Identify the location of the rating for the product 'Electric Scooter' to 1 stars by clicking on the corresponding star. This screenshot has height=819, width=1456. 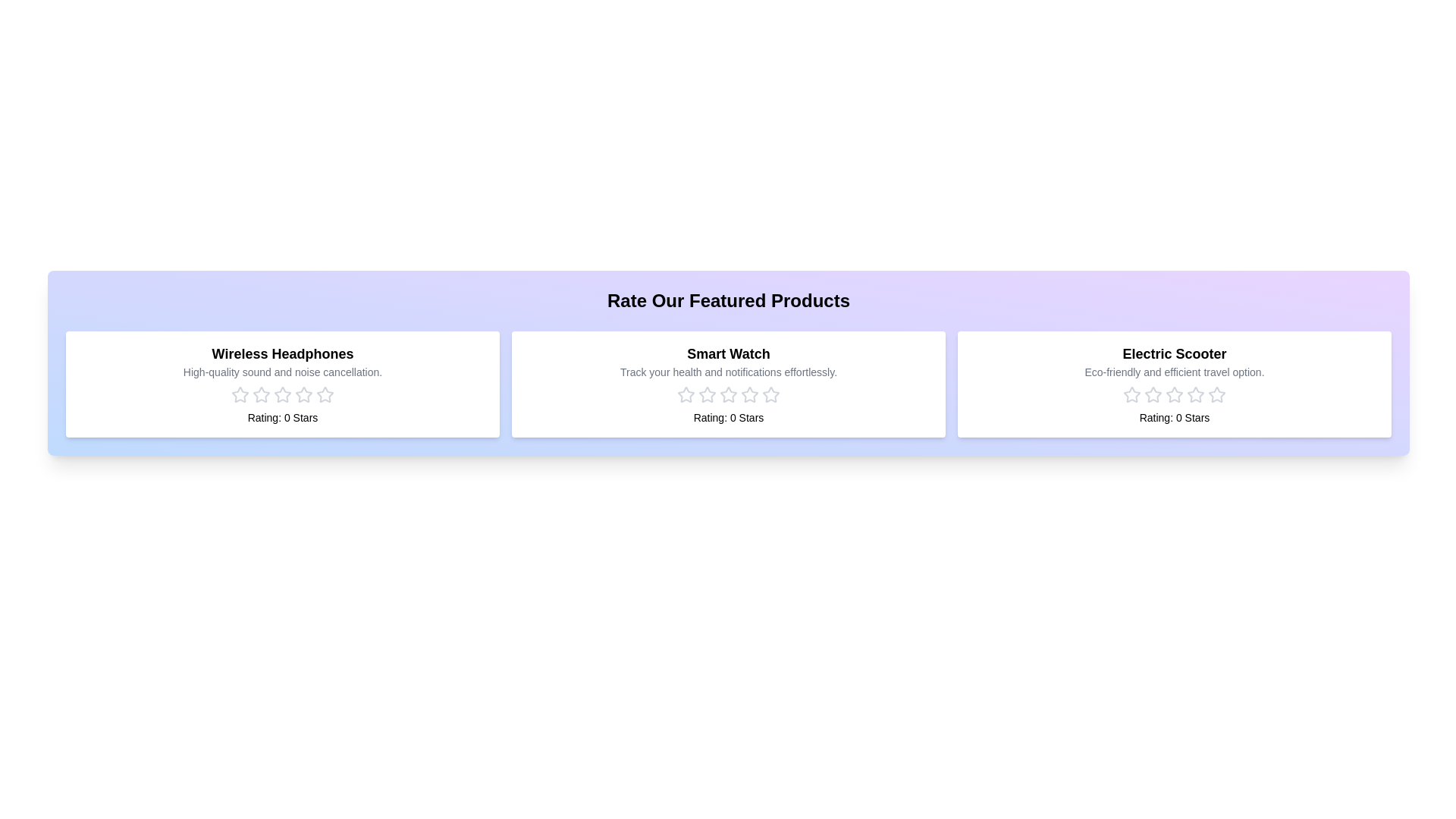
(1131, 394).